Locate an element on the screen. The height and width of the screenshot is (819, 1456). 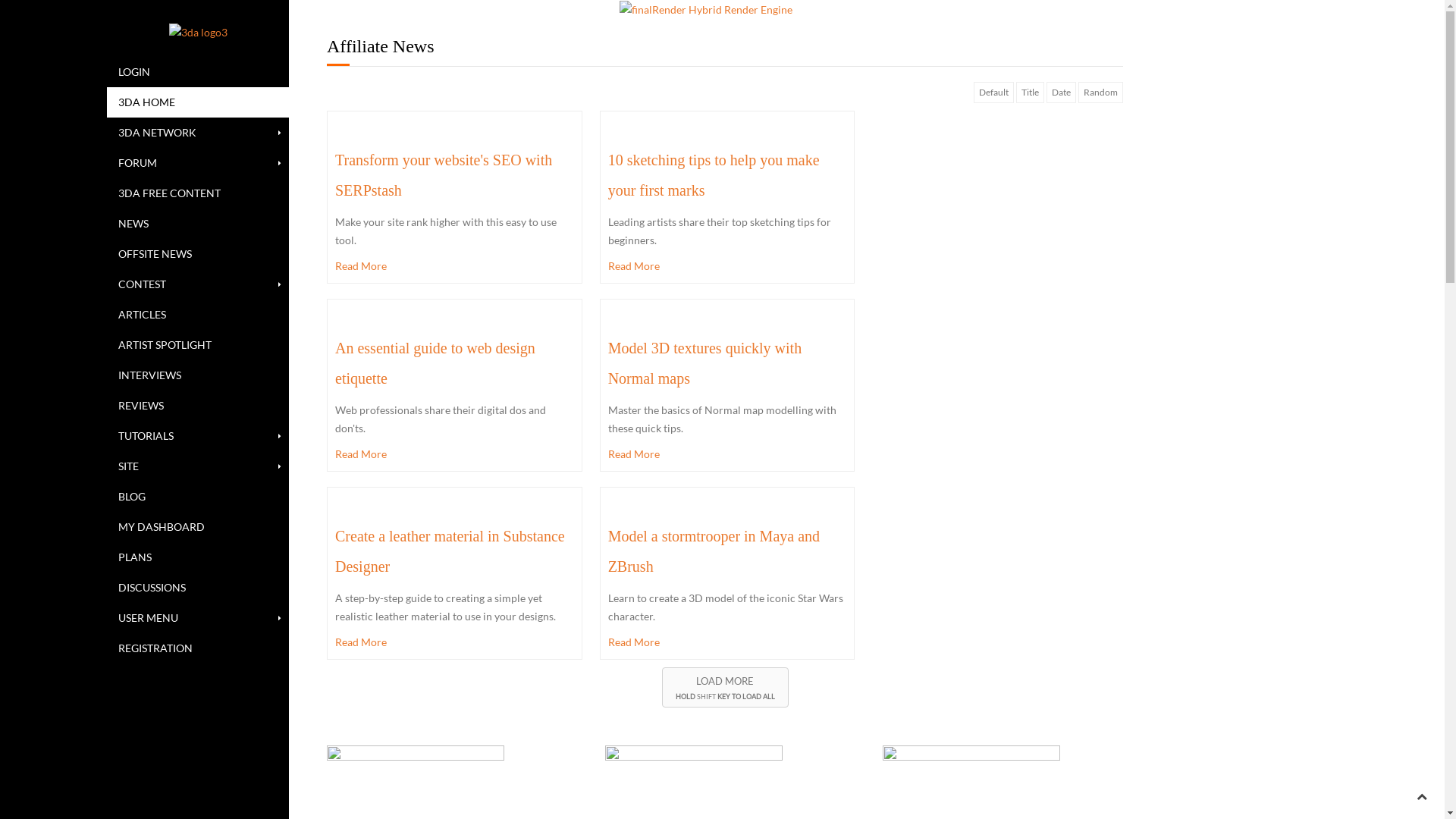
'NEWS' is located at coordinates (105, 223).